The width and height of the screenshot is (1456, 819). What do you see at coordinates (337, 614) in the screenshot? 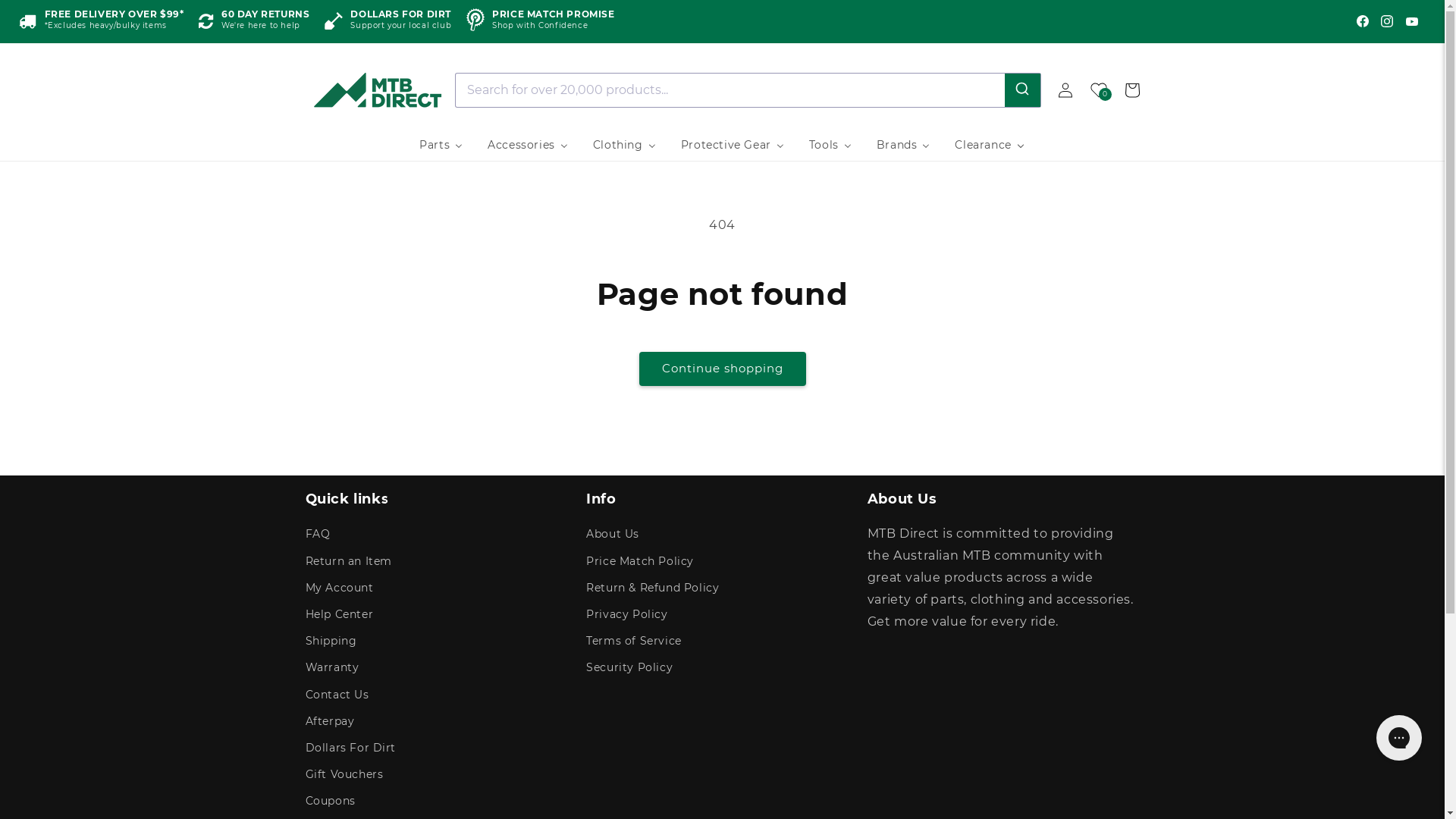
I see `'Help Center'` at bounding box center [337, 614].